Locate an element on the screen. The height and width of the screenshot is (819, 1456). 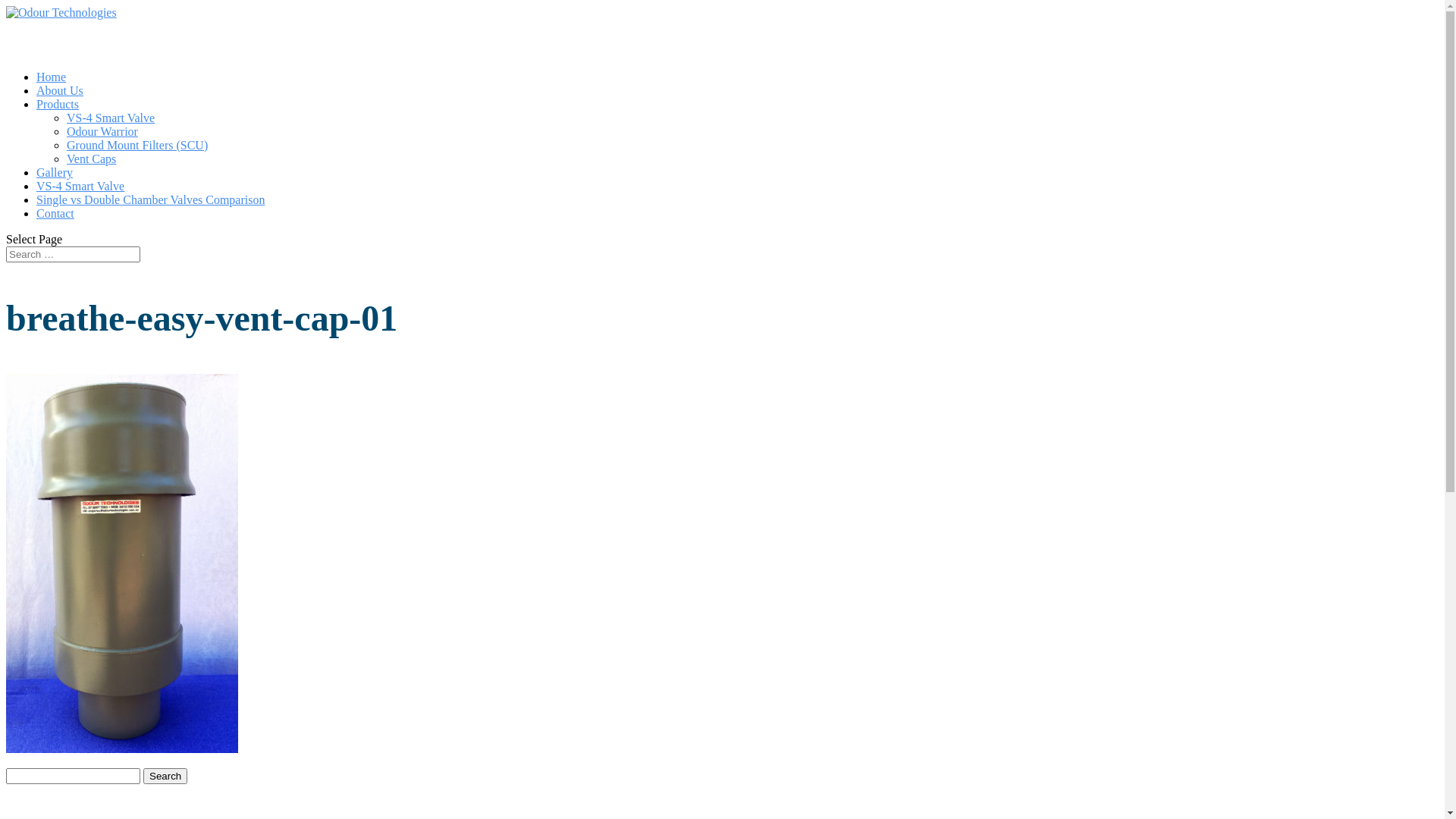
'VS-4 Smart Valve' is located at coordinates (79, 205).